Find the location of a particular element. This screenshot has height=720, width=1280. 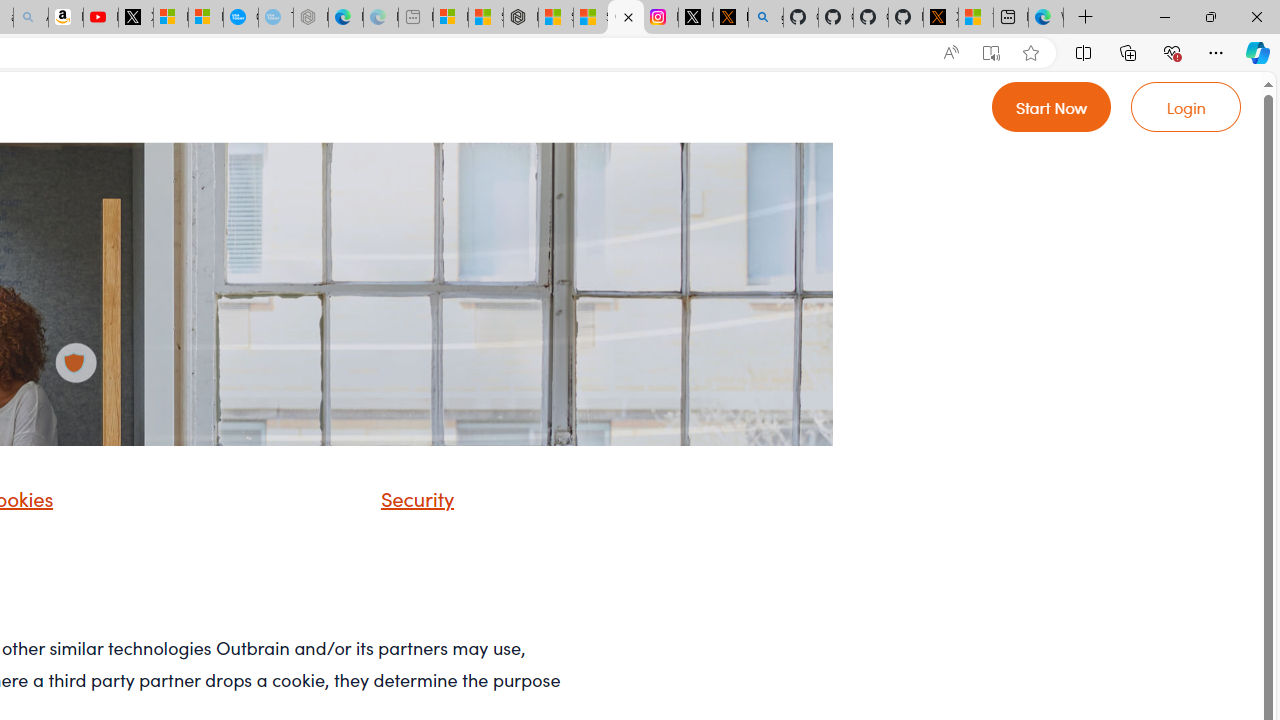

'Nordace - Nordace has arrived Hong Kong - Sleeping' is located at coordinates (310, 17).